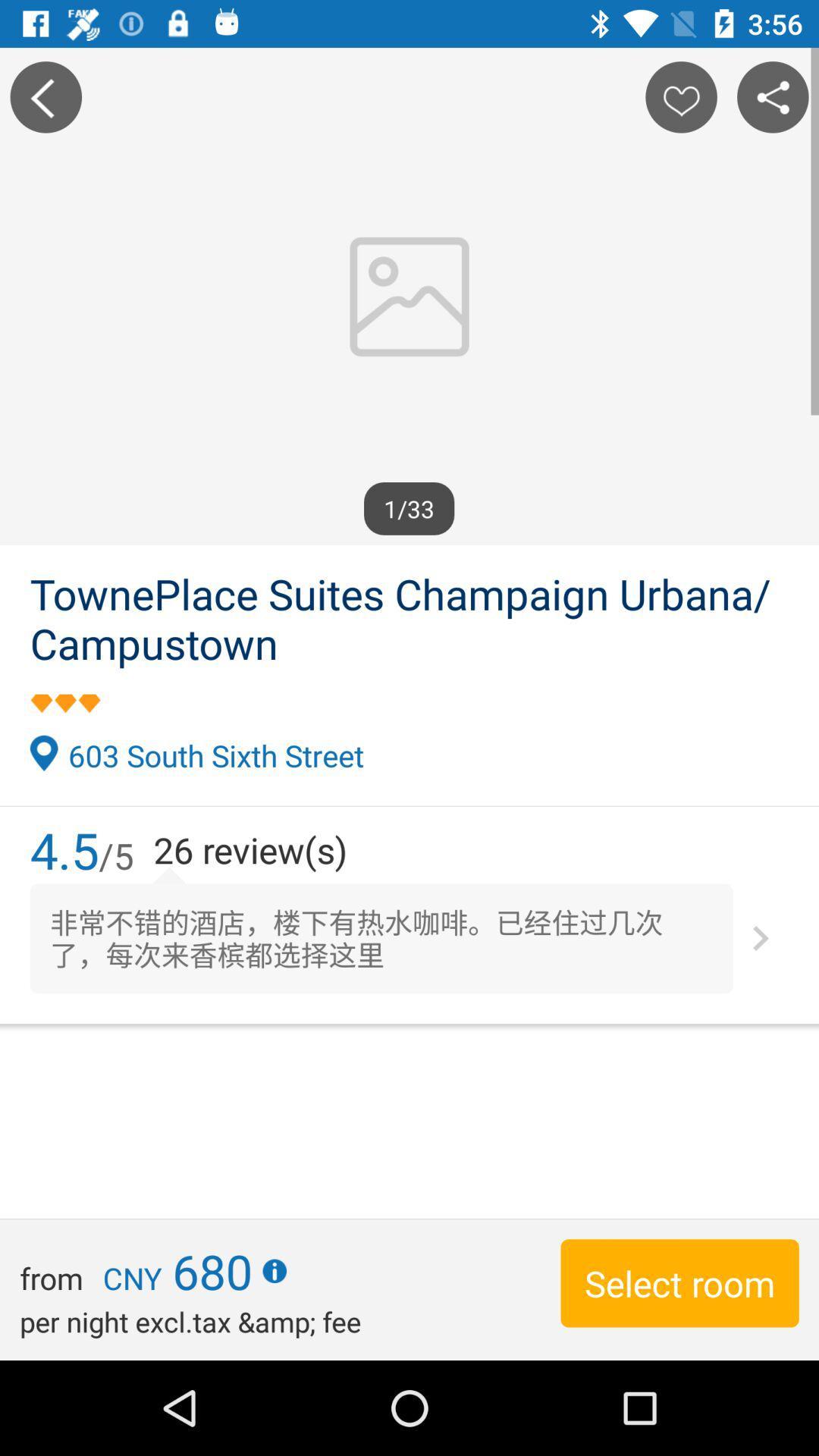 The width and height of the screenshot is (819, 1456). I want to click on the item at the top left corner, so click(45, 96).